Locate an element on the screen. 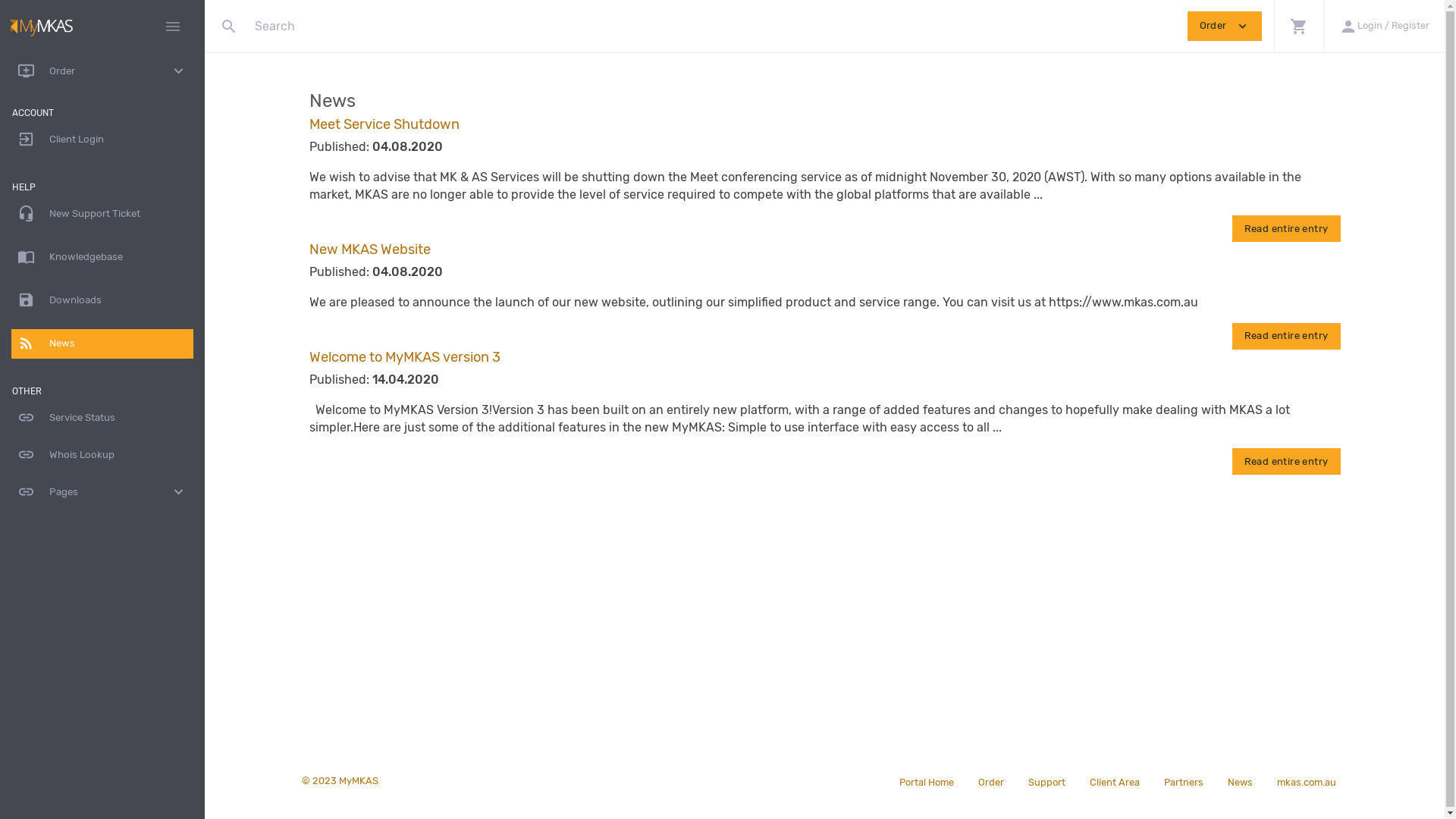 The width and height of the screenshot is (1456, 819). 'headset_mic New Support Ticket' is located at coordinates (11, 214).